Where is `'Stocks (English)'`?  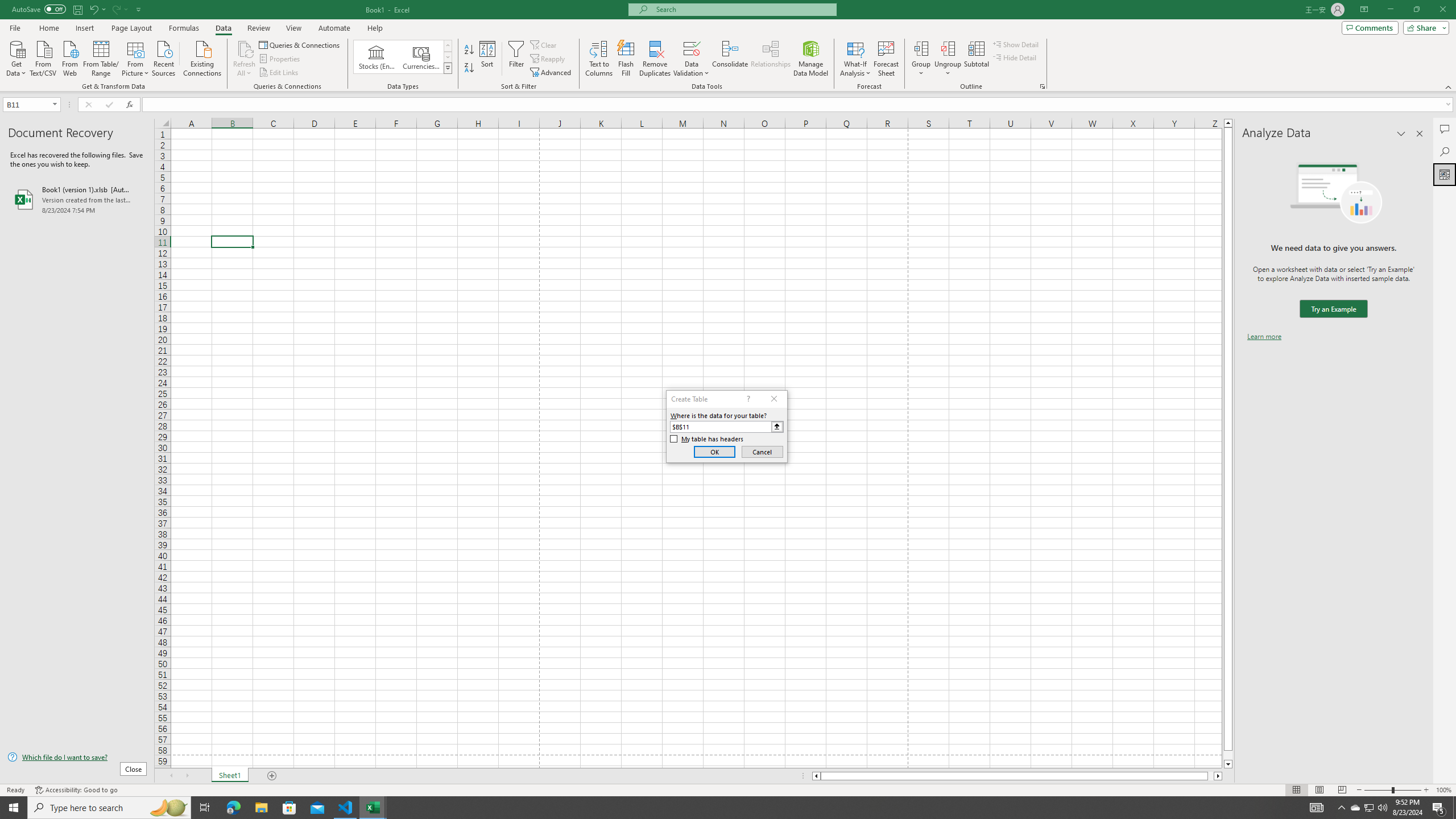
'Stocks (English)' is located at coordinates (375, 56).